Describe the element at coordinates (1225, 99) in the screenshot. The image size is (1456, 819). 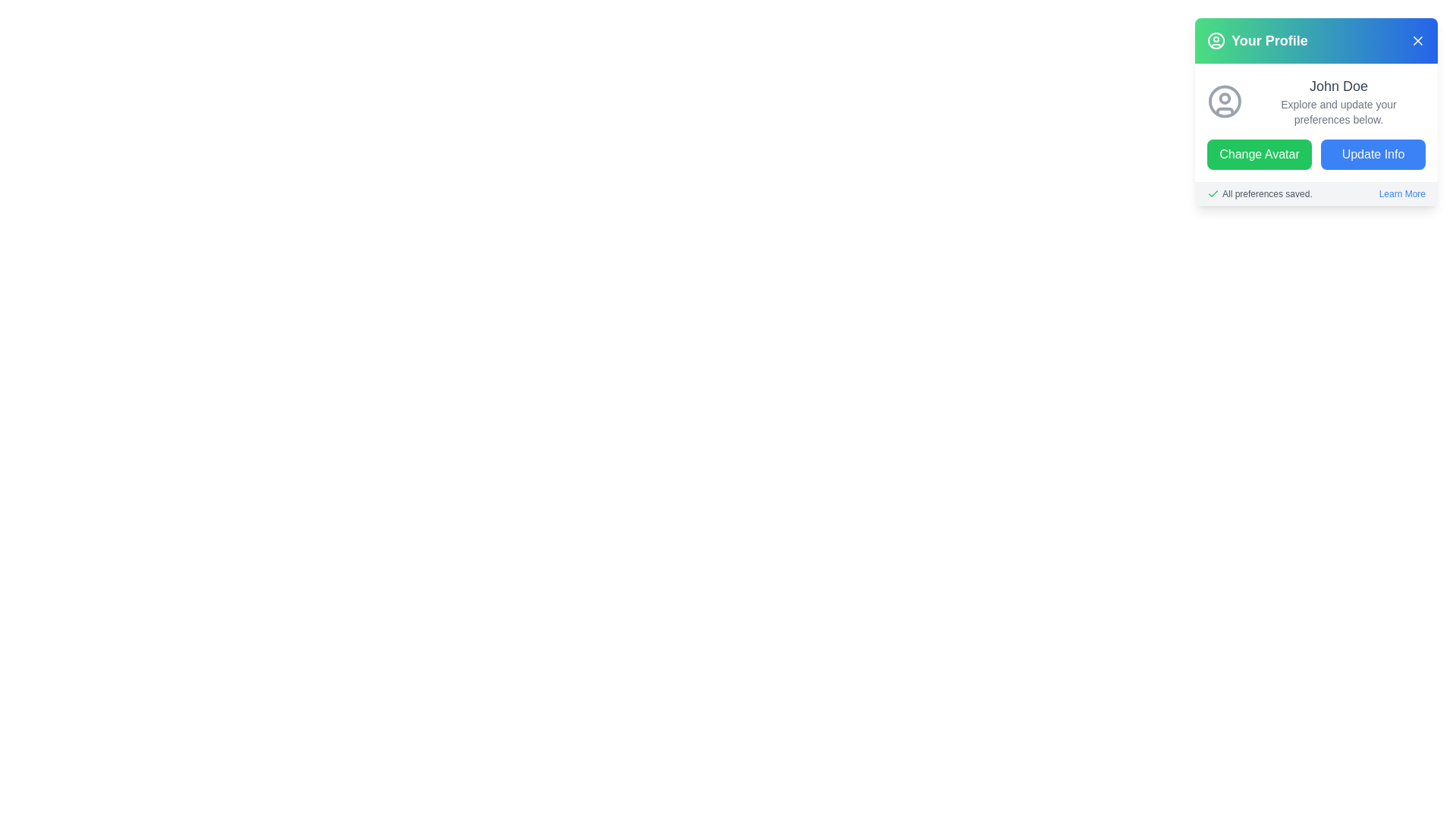
I see `the user's profile picture placeholder, which is represented as a smaller inner circle within the user icon at the top-left area of the profile card` at that location.